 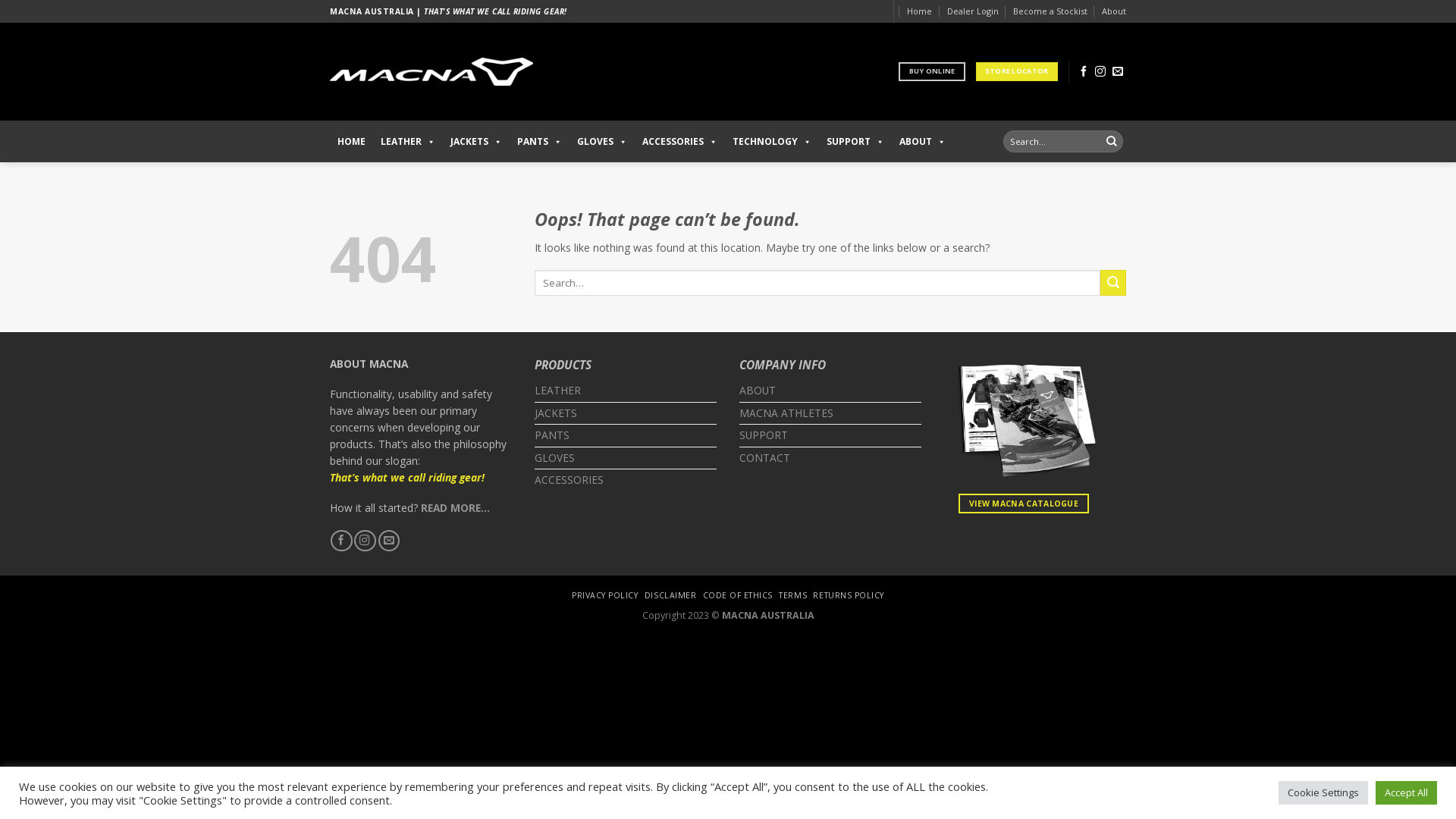 What do you see at coordinates (431, 72) in the screenshot?
I see `'Macna Riding Gear Australia - Macna Riding Gear Australia'` at bounding box center [431, 72].